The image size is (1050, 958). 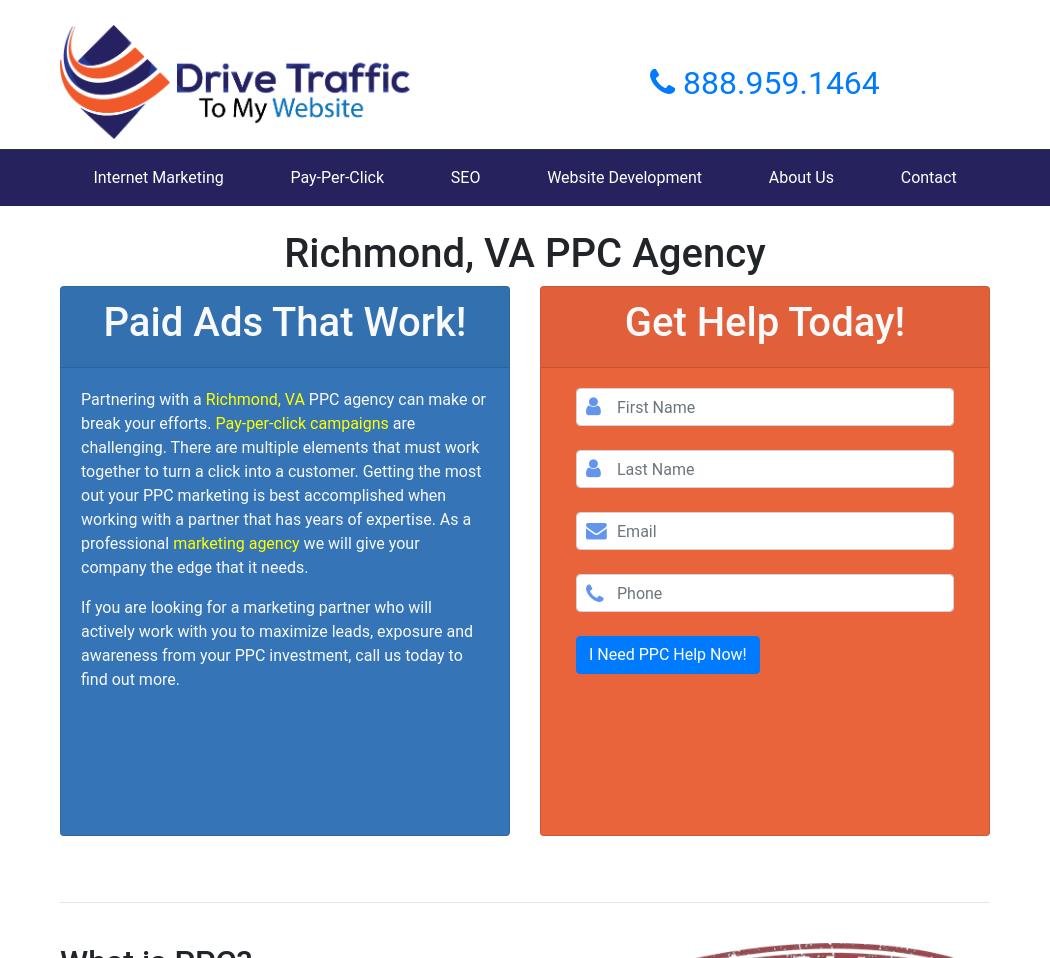 I want to click on 'Contact', so click(x=927, y=176).